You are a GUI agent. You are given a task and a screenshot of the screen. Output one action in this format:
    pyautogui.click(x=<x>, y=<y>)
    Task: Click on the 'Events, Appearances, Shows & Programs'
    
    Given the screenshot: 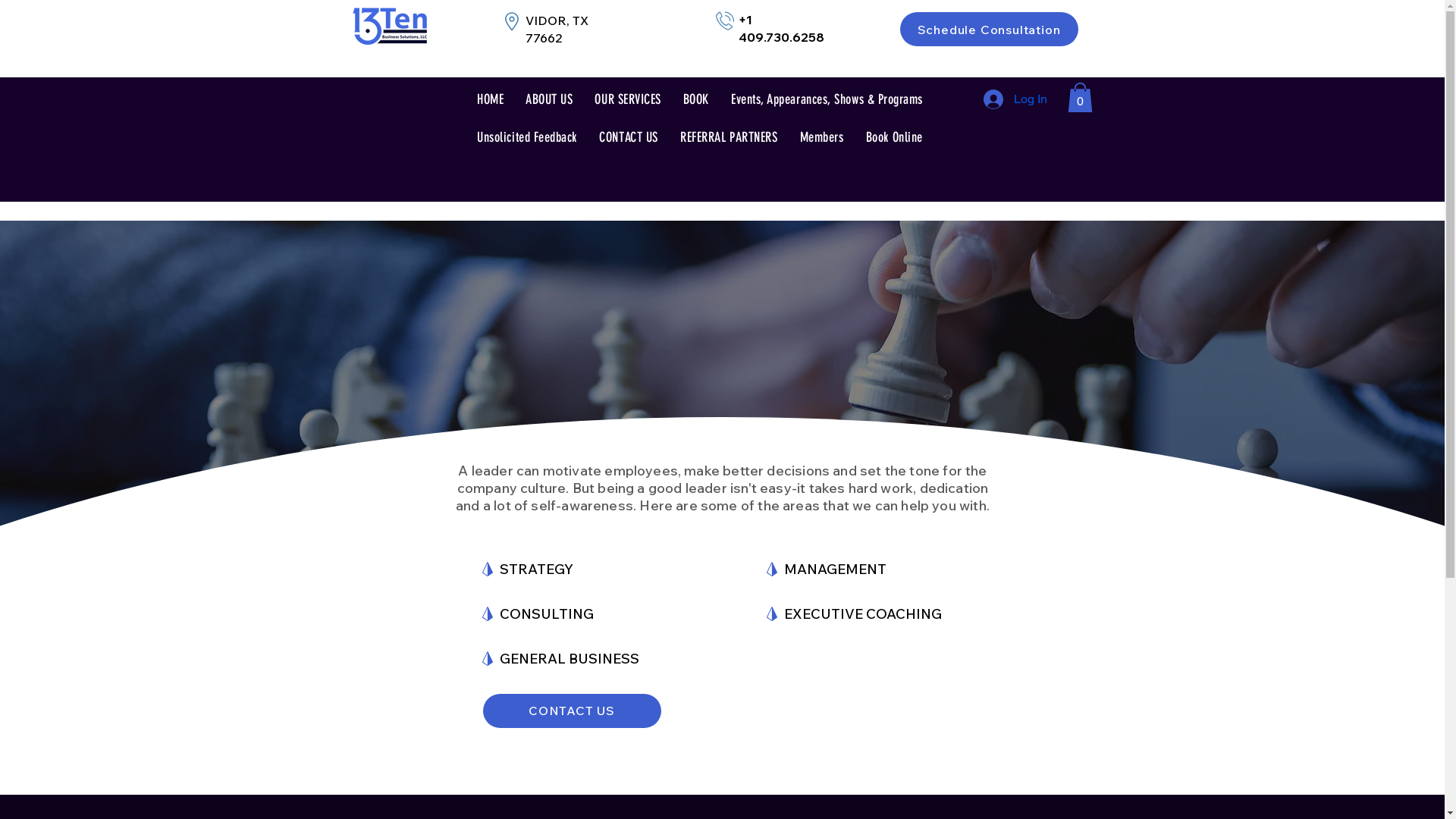 What is the action you would take?
    pyautogui.click(x=826, y=99)
    